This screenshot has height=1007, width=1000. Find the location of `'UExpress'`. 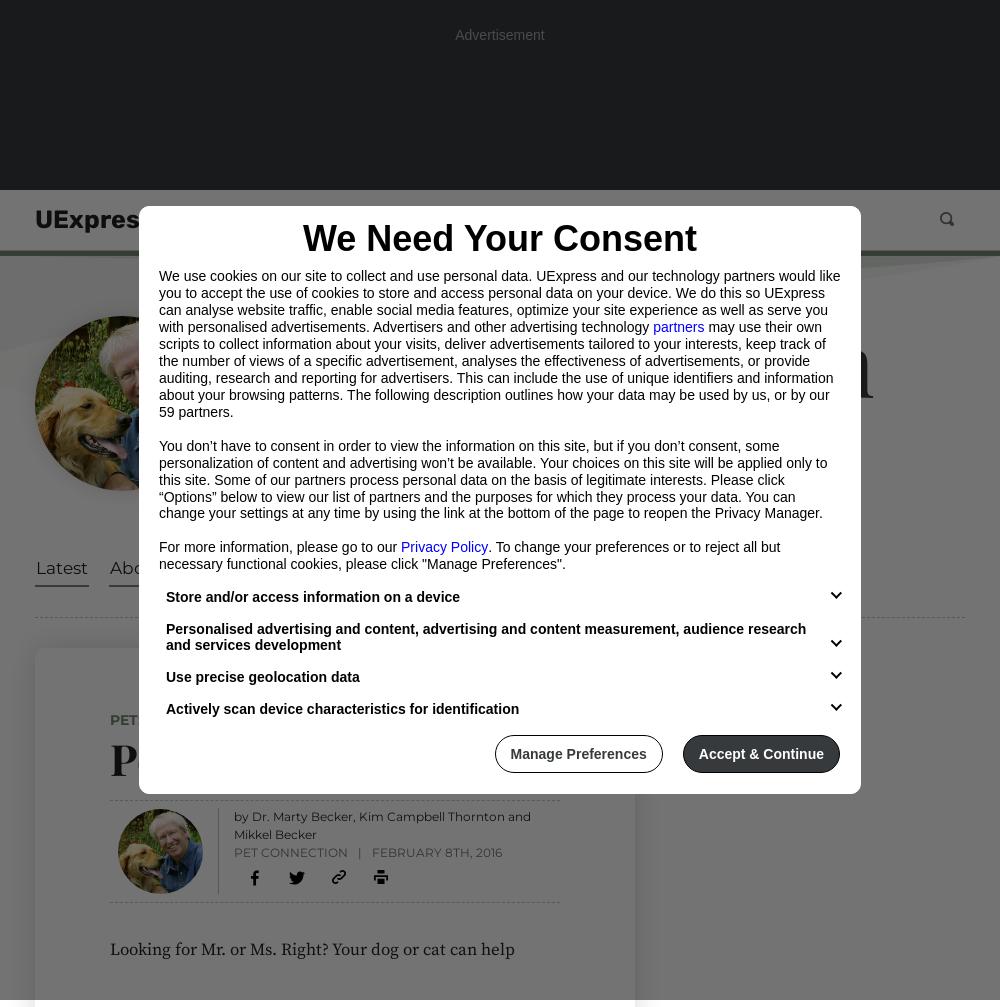

'UExpress' is located at coordinates (93, 219).